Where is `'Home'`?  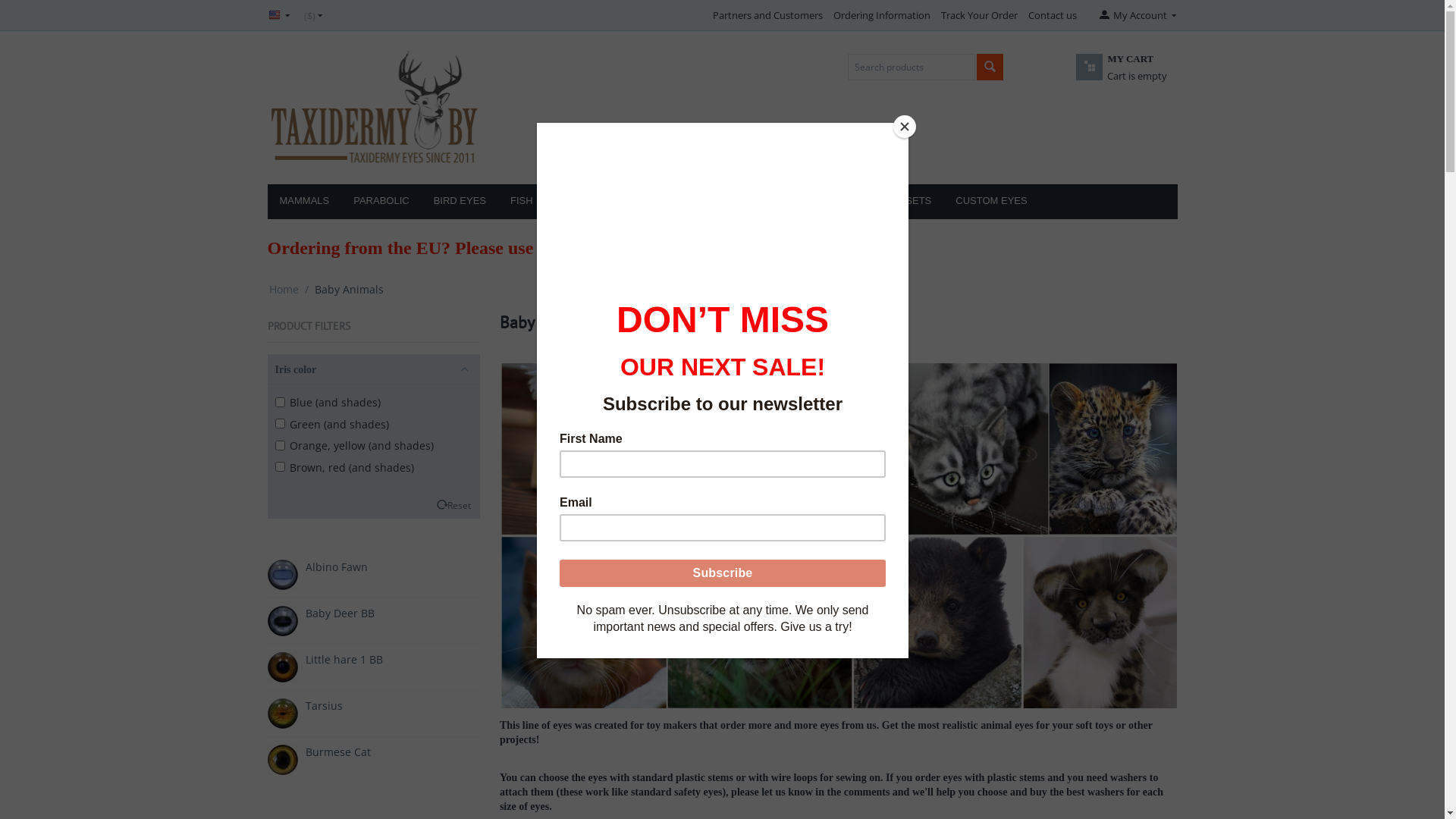
'Home' is located at coordinates (283, 289).